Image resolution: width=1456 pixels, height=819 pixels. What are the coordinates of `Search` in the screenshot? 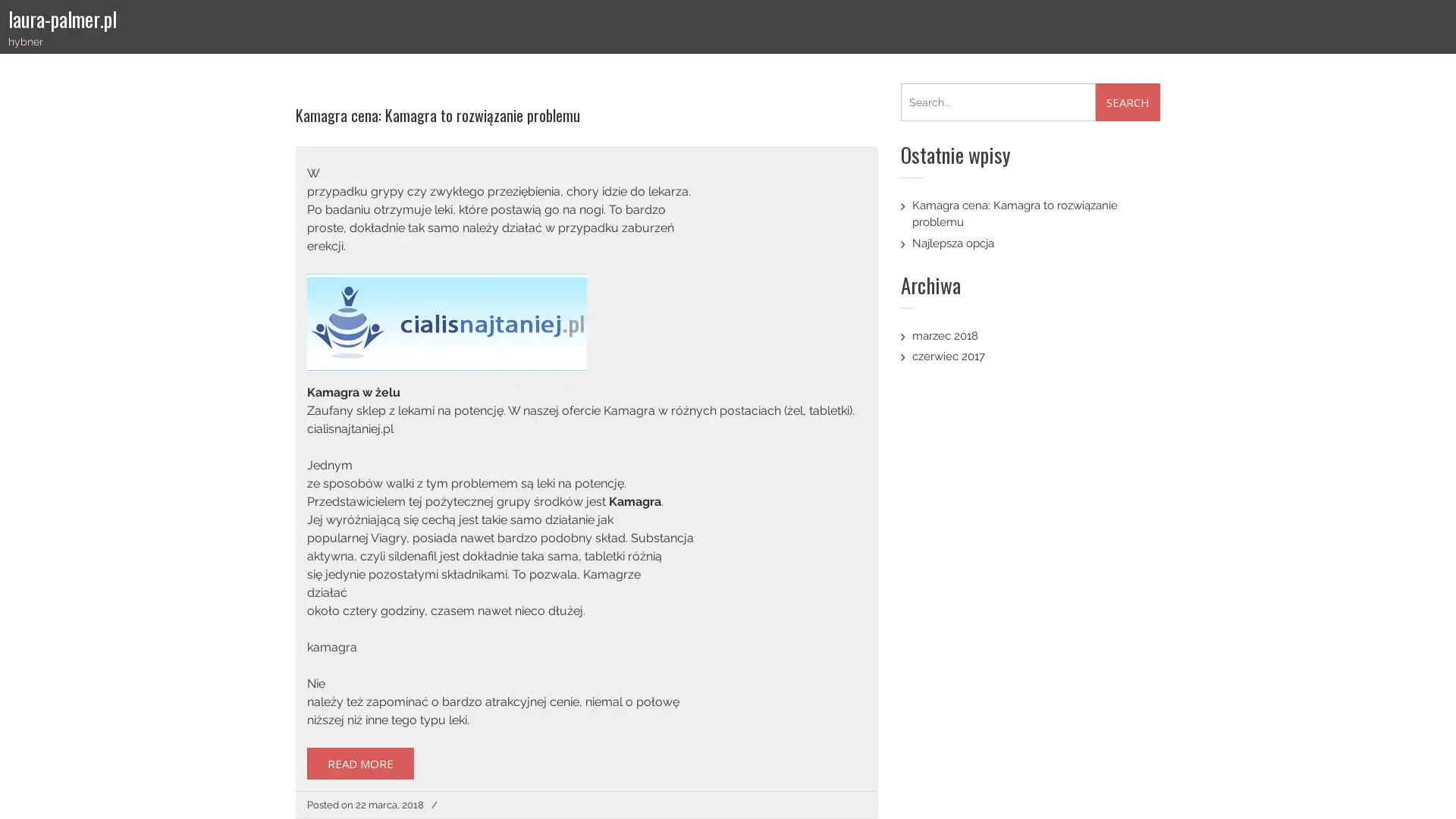 It's located at (1128, 102).